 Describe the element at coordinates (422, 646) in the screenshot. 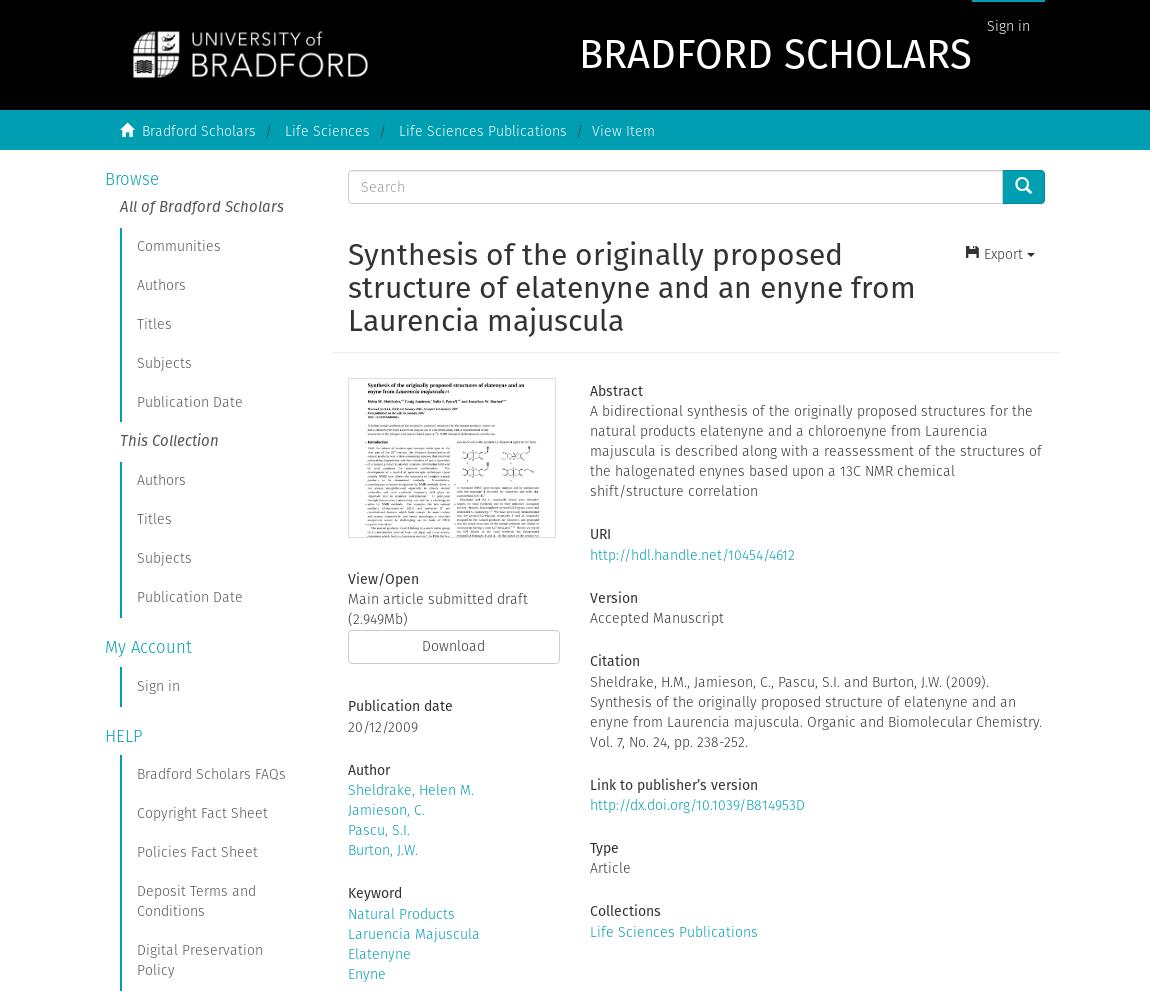

I see `'Download'` at that location.